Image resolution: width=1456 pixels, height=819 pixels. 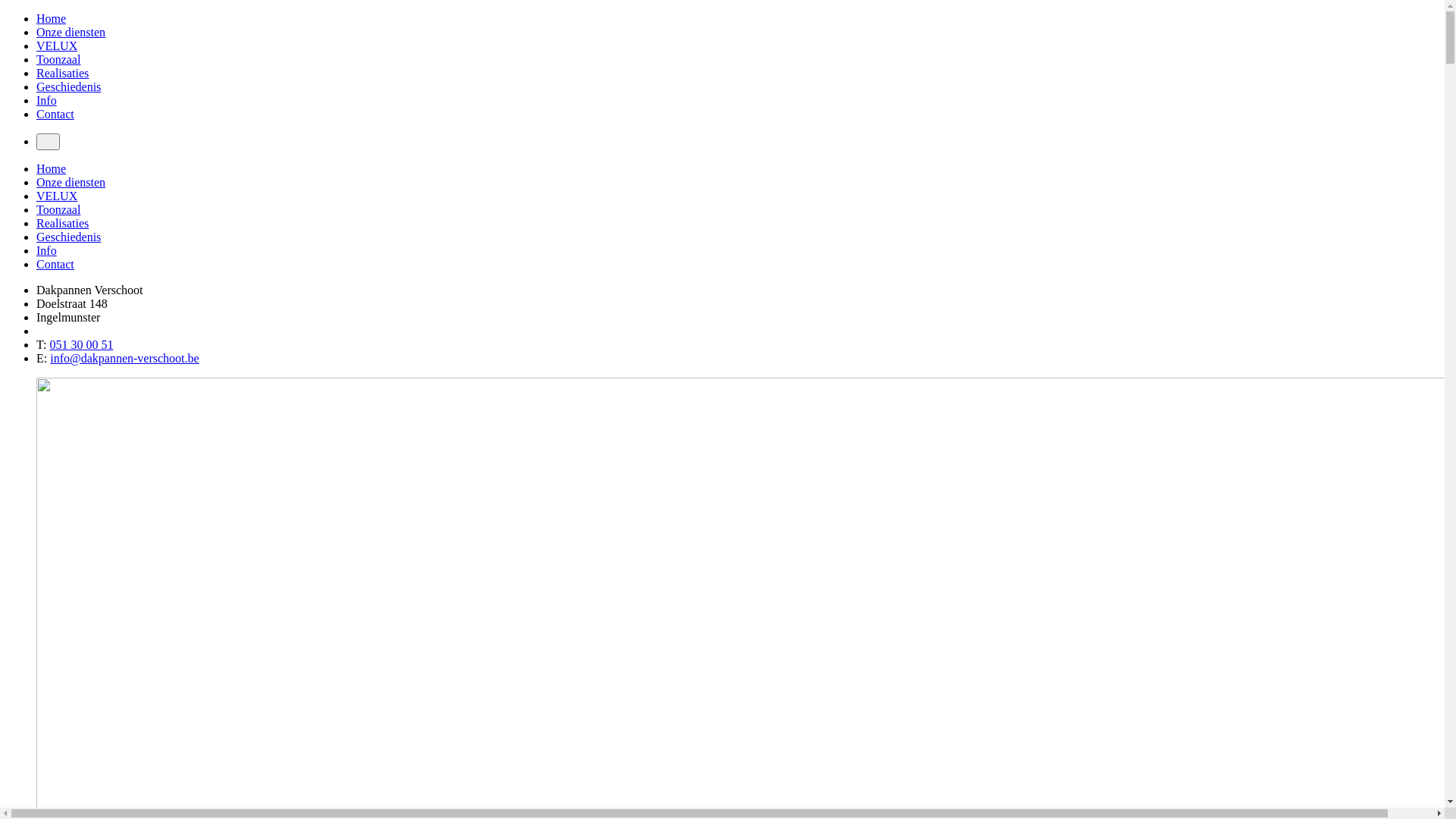 What do you see at coordinates (55, 113) in the screenshot?
I see `'Contact'` at bounding box center [55, 113].